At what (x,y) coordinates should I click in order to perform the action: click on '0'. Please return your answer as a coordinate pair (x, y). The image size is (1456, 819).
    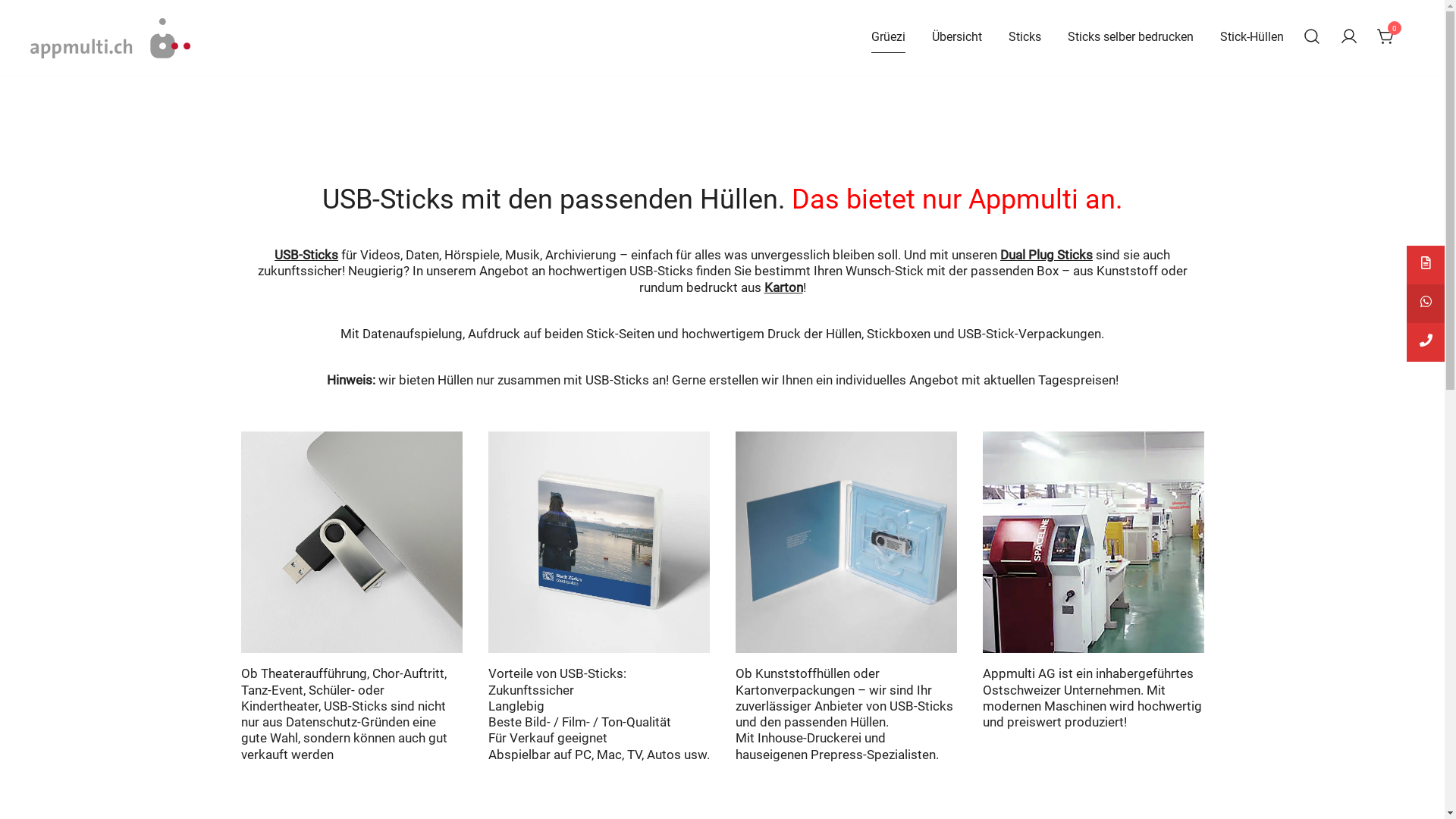
    Looking at the image, I should click on (1386, 35).